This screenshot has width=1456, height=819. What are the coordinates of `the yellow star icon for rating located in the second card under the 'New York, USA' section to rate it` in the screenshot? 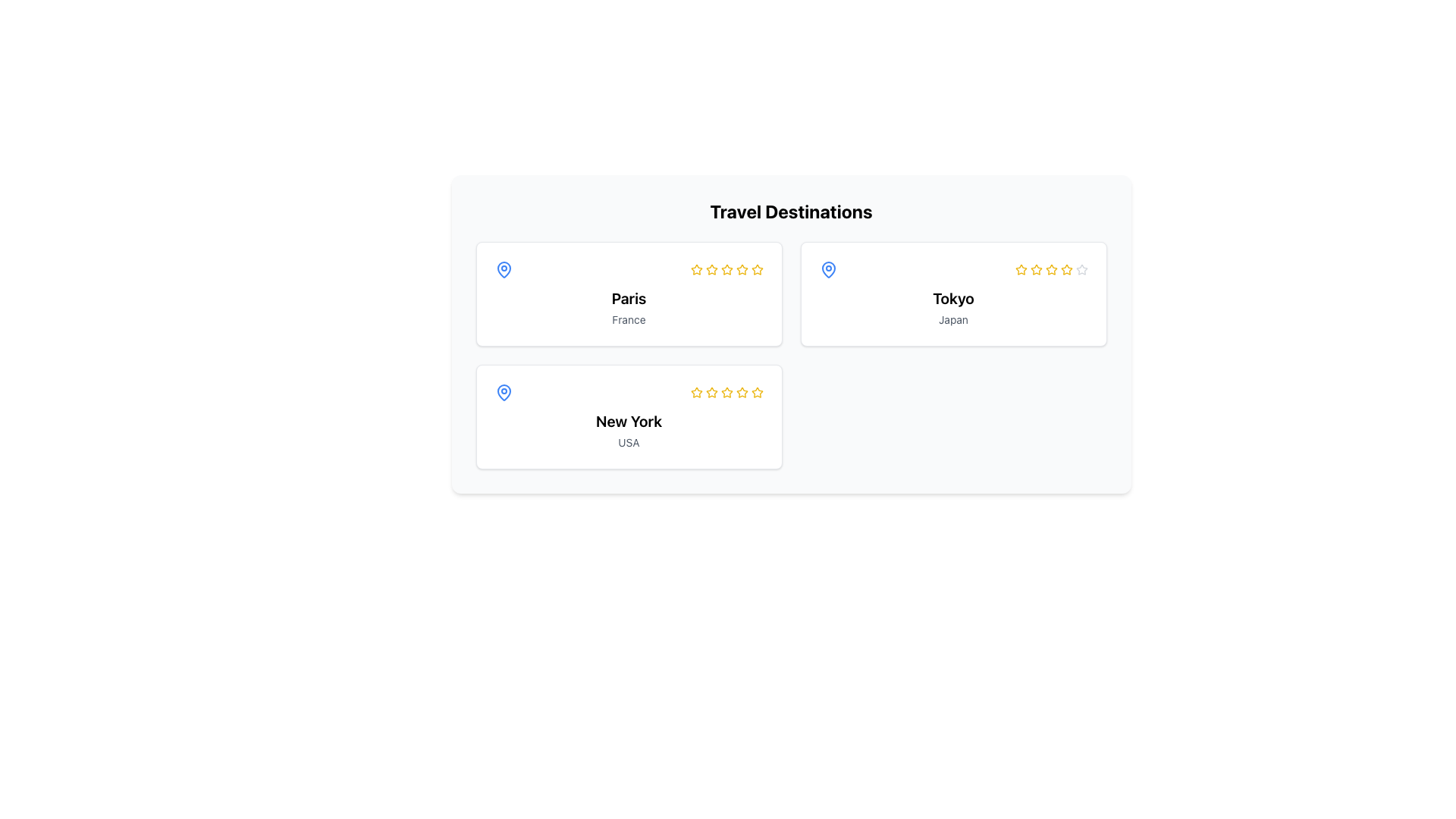 It's located at (695, 391).